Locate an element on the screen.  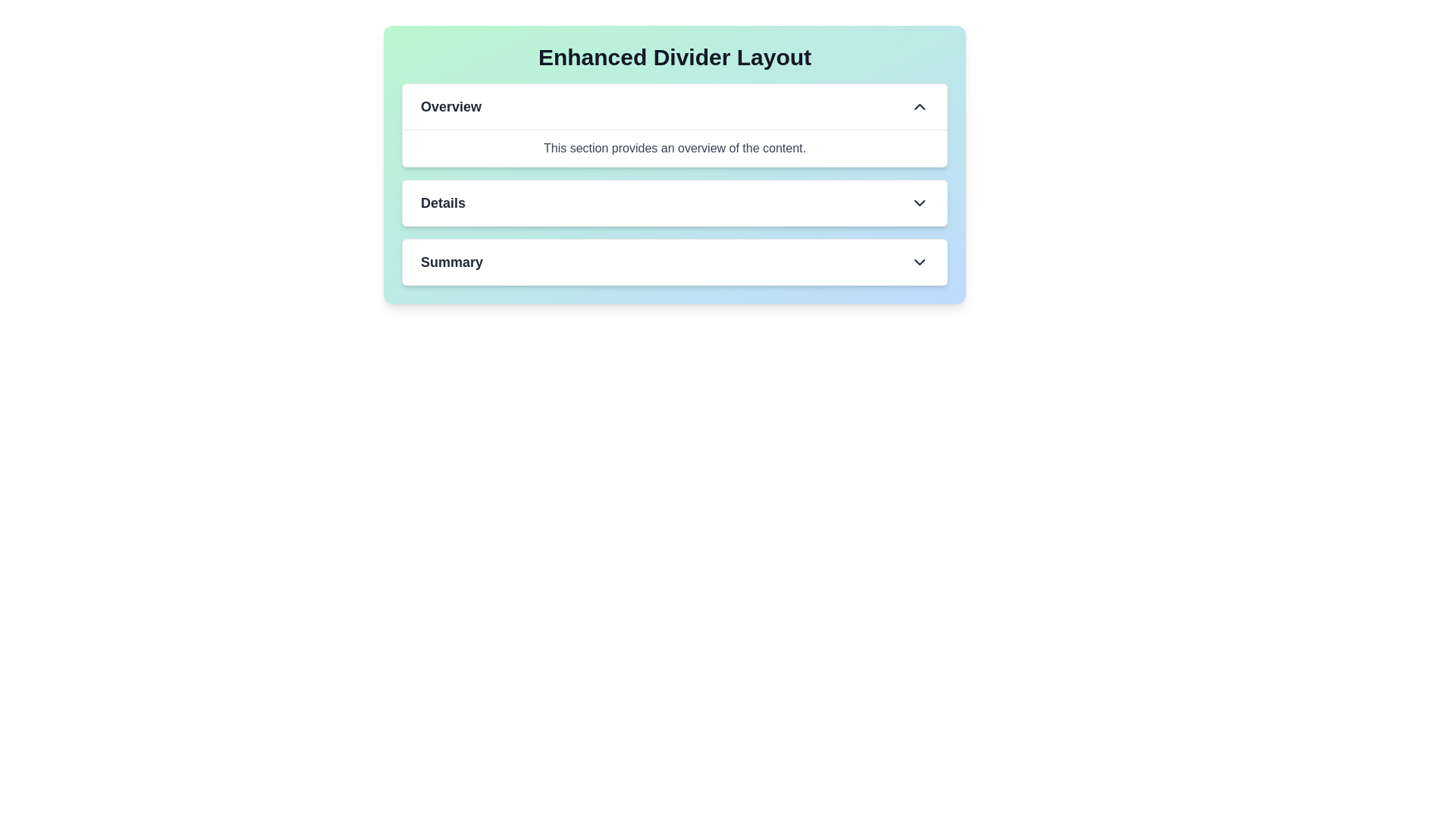
the downwards-facing chevron icon located within the 'Details' section, adjacent to the text on its right side, for potential visual feedback is located at coordinates (919, 202).